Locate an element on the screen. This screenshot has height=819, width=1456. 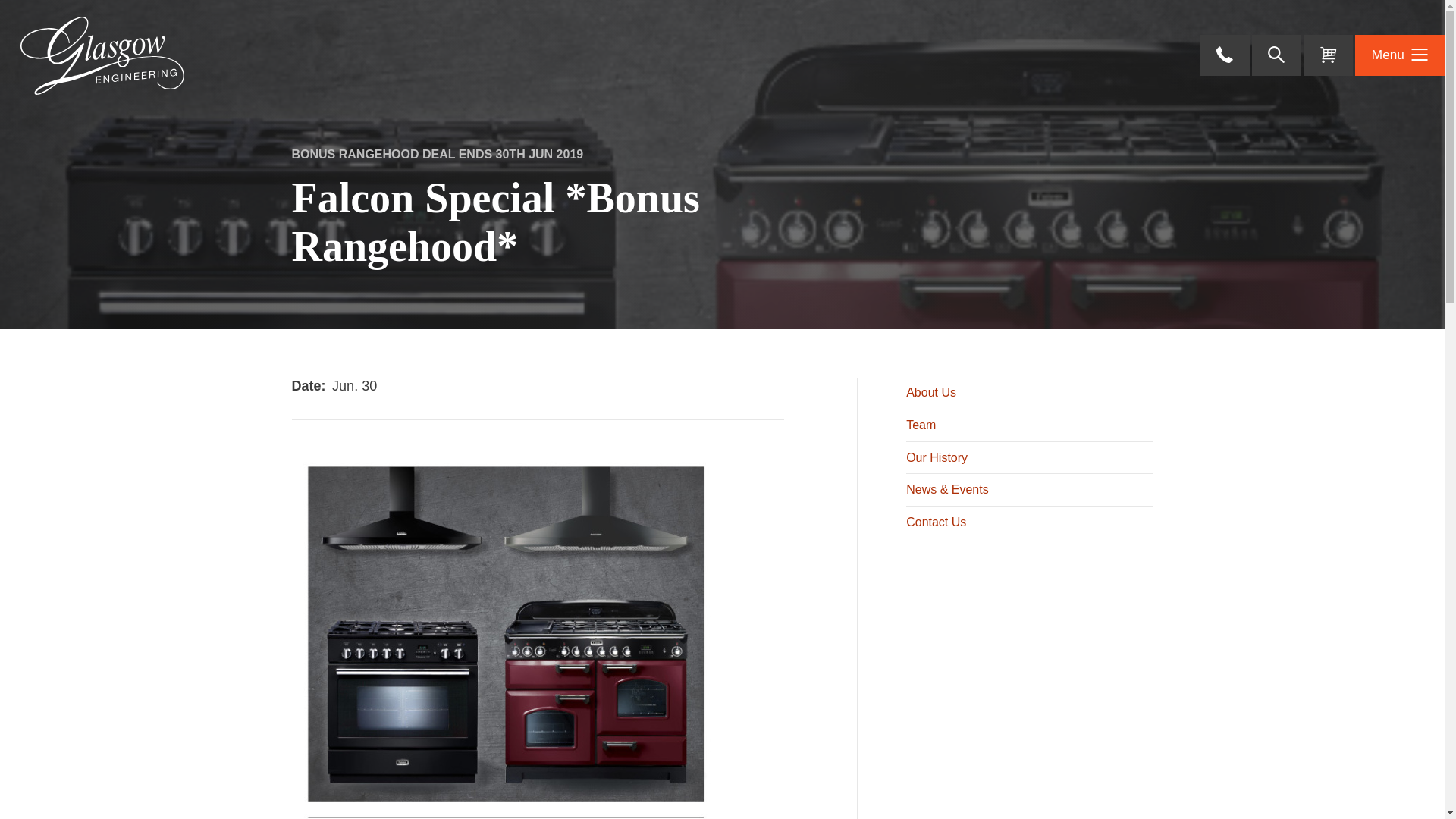
'Contact Us' is located at coordinates (1029, 521).